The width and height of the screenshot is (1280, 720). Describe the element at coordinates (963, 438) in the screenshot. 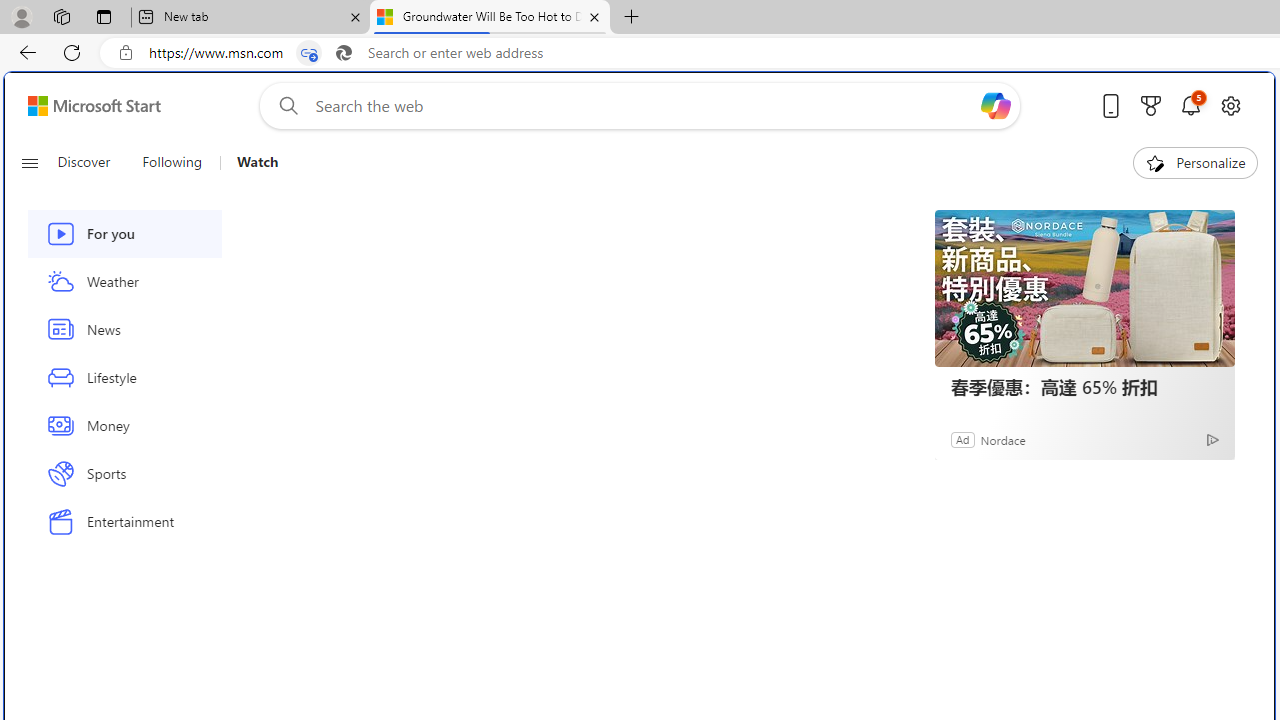

I see `'Ad'` at that location.